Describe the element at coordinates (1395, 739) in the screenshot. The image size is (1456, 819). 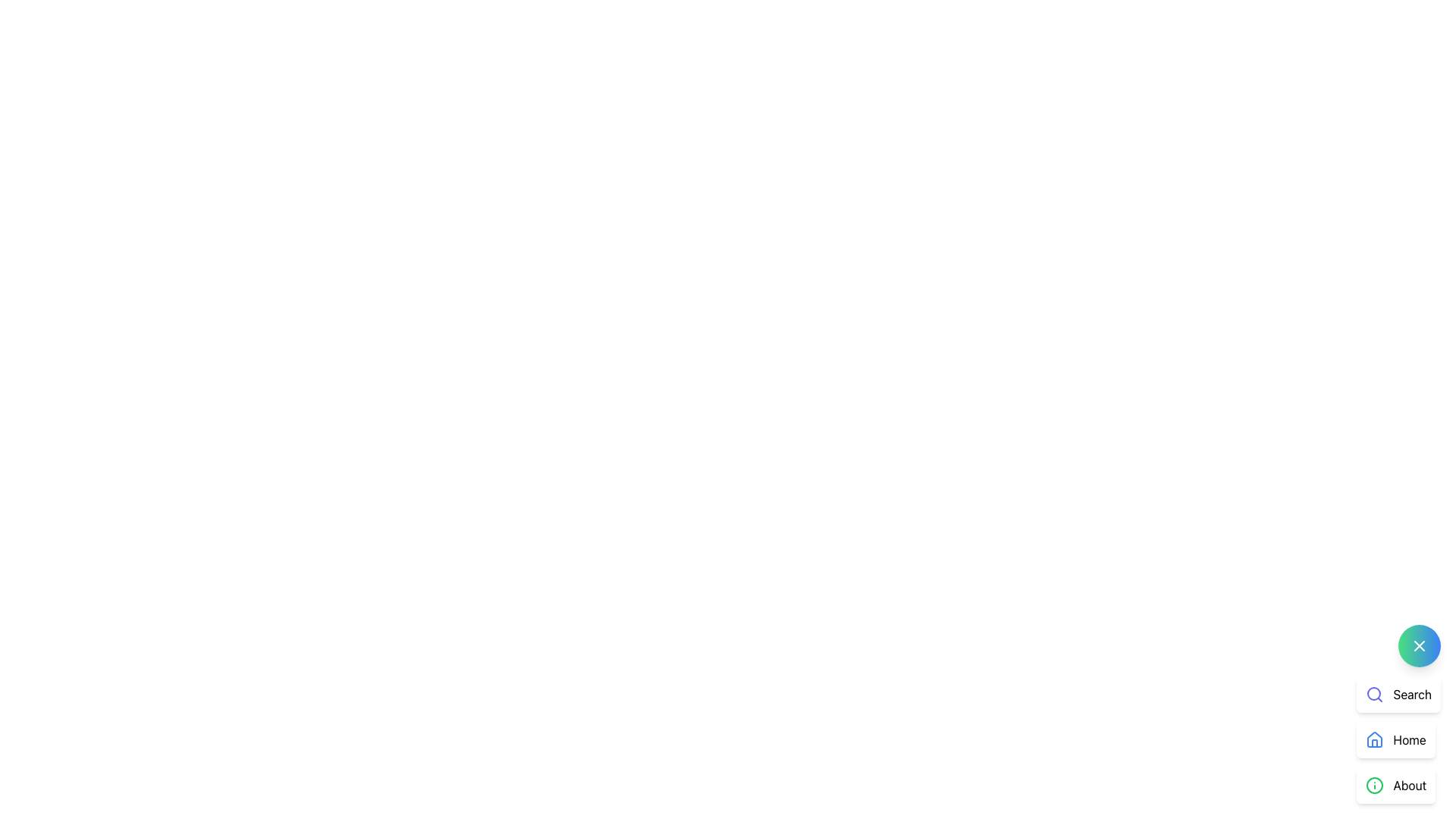
I see `the 'Home' navigation button, which is the second button in a vertical stack of three buttons located at the bottom-right corner of the interface, to trigger visual hover effects` at that location.